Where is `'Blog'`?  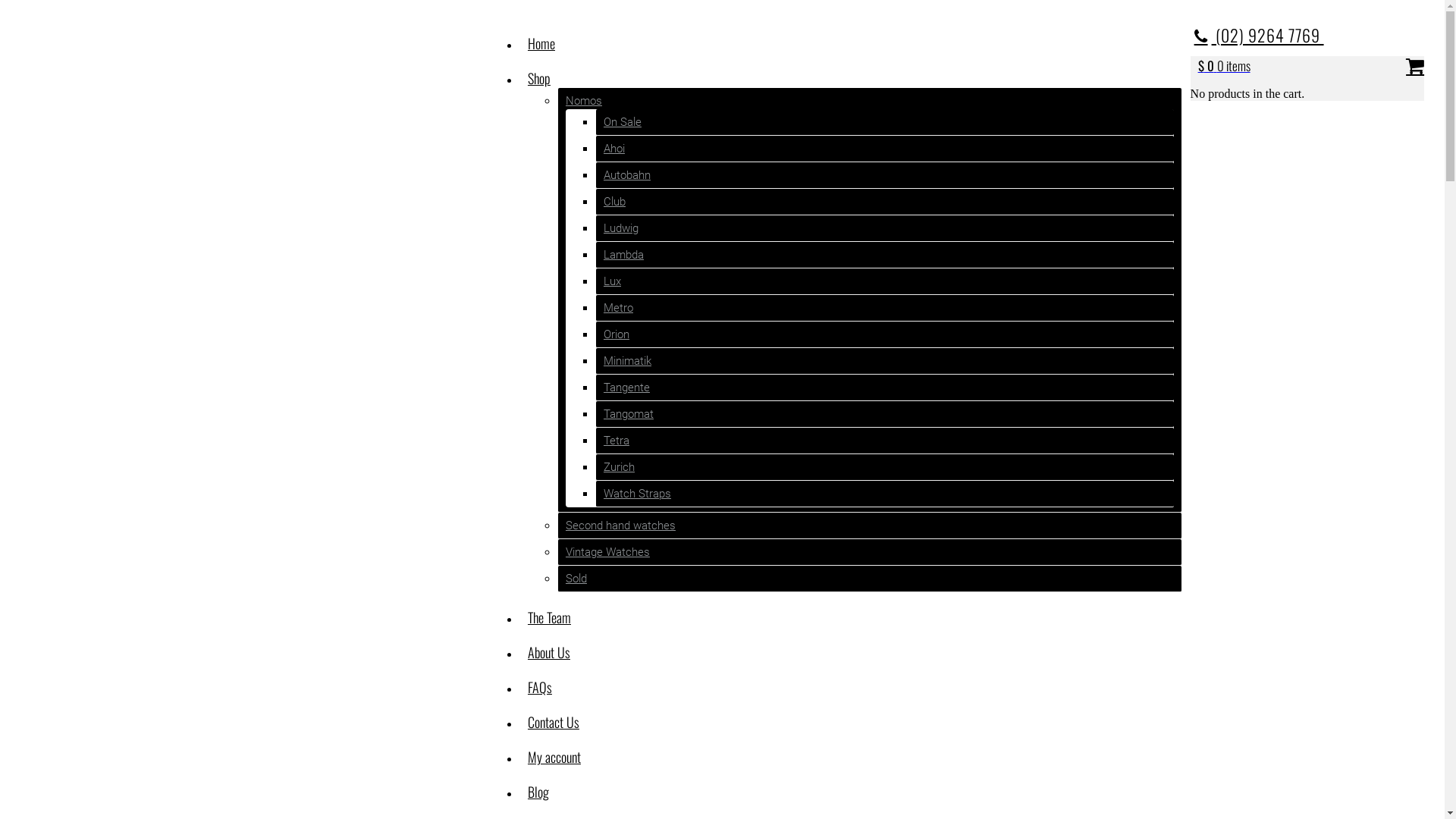 'Blog' is located at coordinates (528, 791).